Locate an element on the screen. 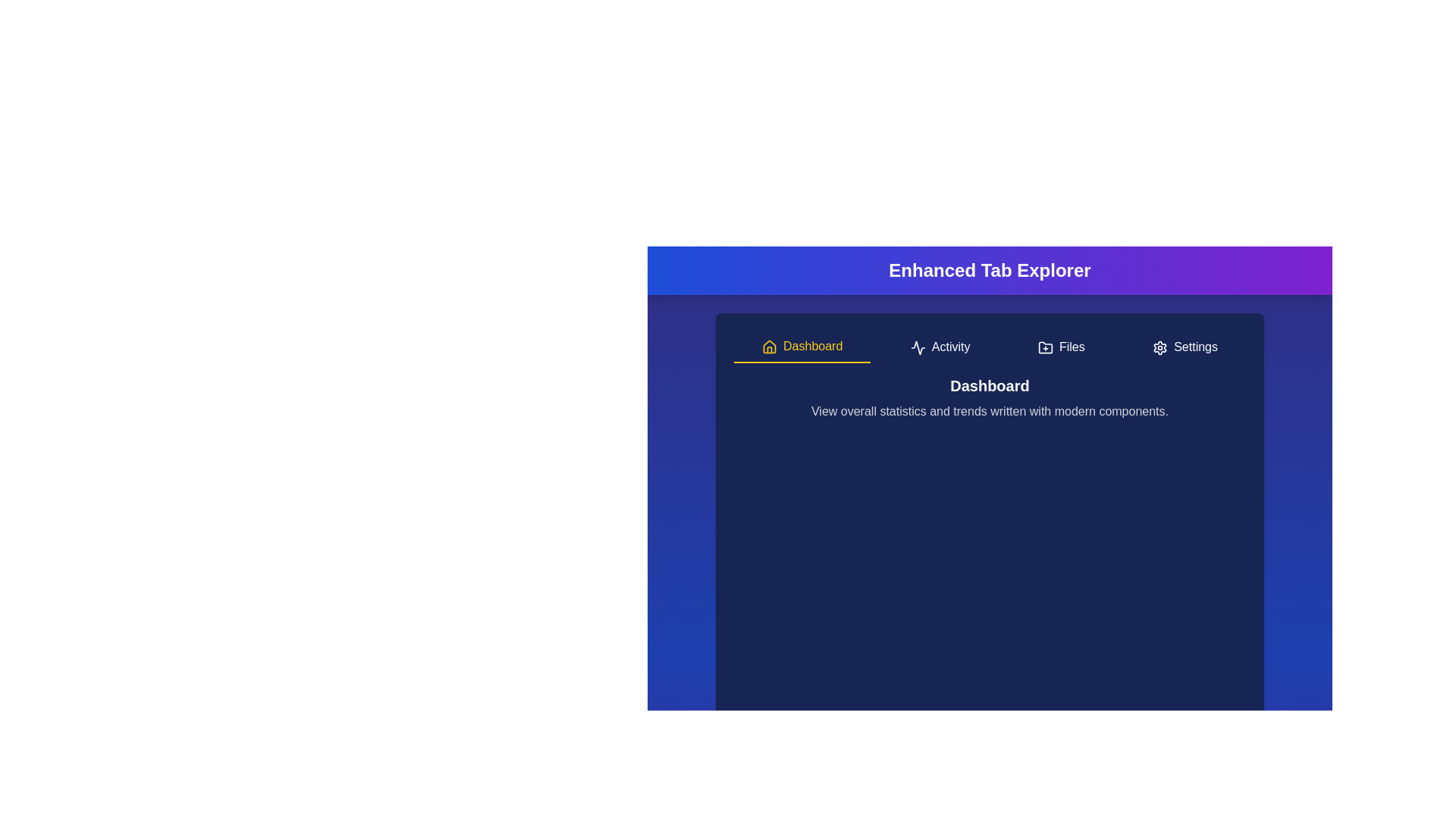  the Settings tab to navigate to it is located at coordinates (1185, 347).